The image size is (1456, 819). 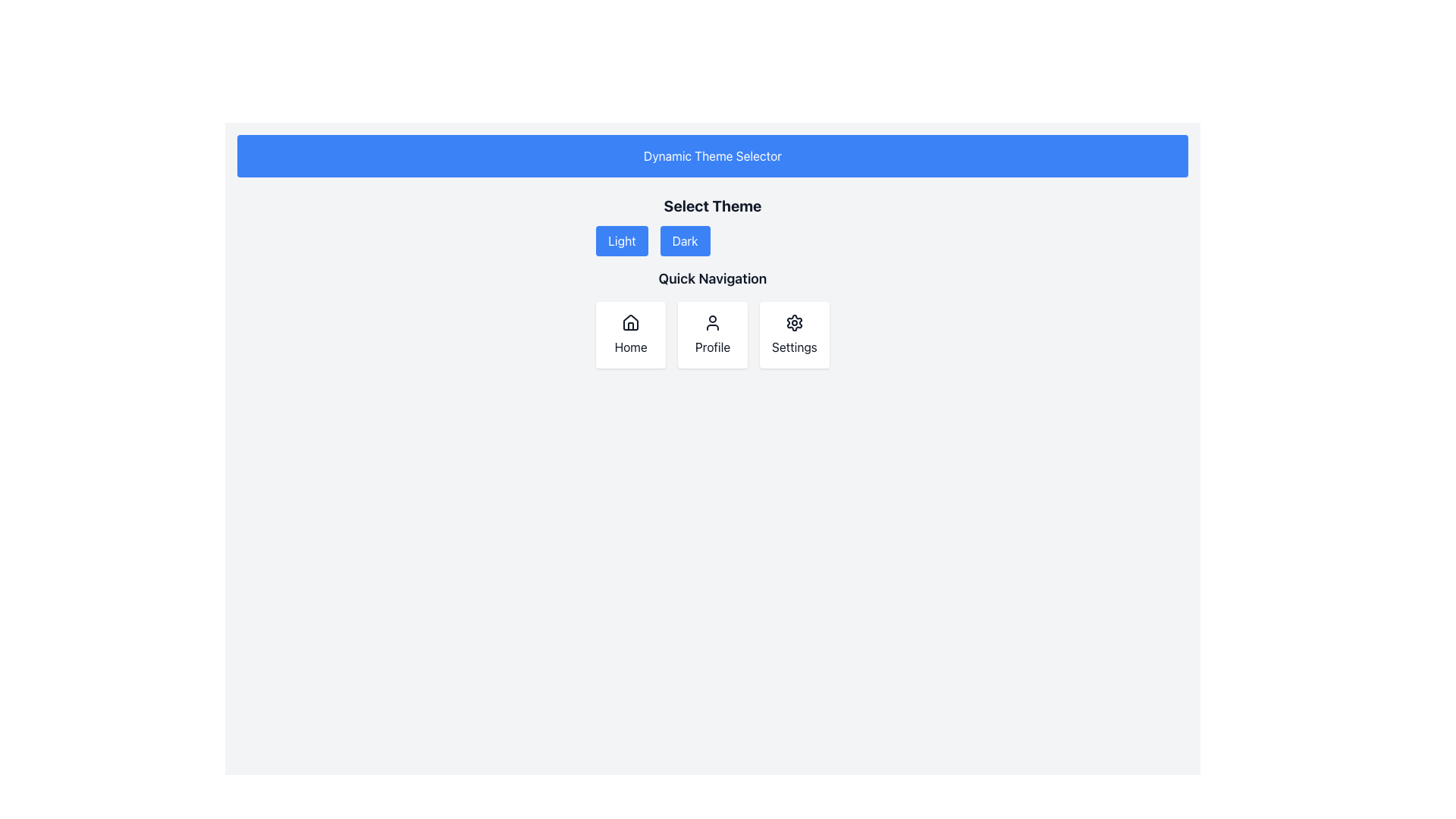 I want to click on the gear icon located within the 'Settings' box, so click(x=793, y=322).